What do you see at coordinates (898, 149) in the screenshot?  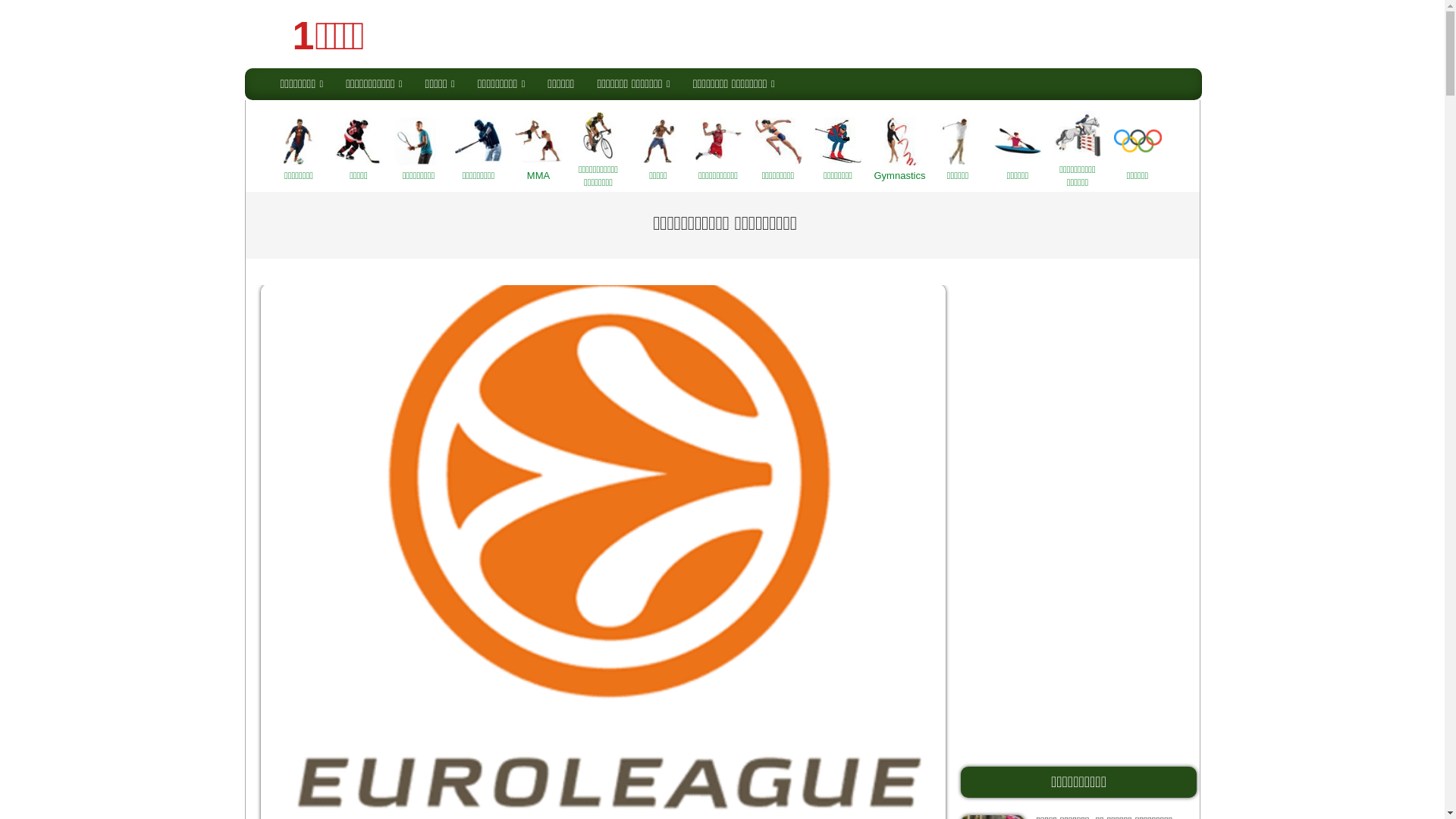 I see `'Gymnastics'` at bounding box center [898, 149].